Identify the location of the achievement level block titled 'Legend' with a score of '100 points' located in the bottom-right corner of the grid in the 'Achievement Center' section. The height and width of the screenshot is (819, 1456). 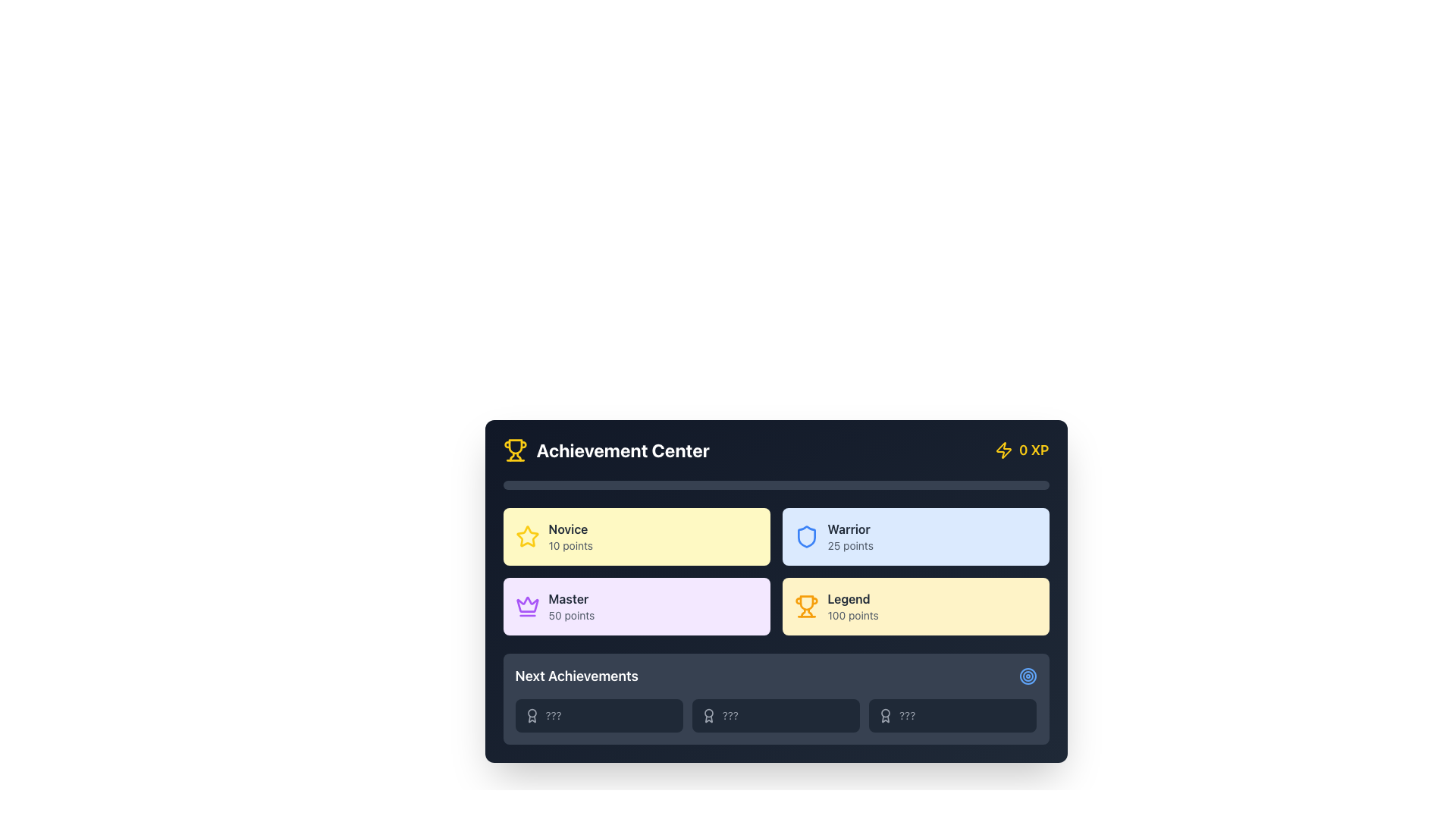
(915, 605).